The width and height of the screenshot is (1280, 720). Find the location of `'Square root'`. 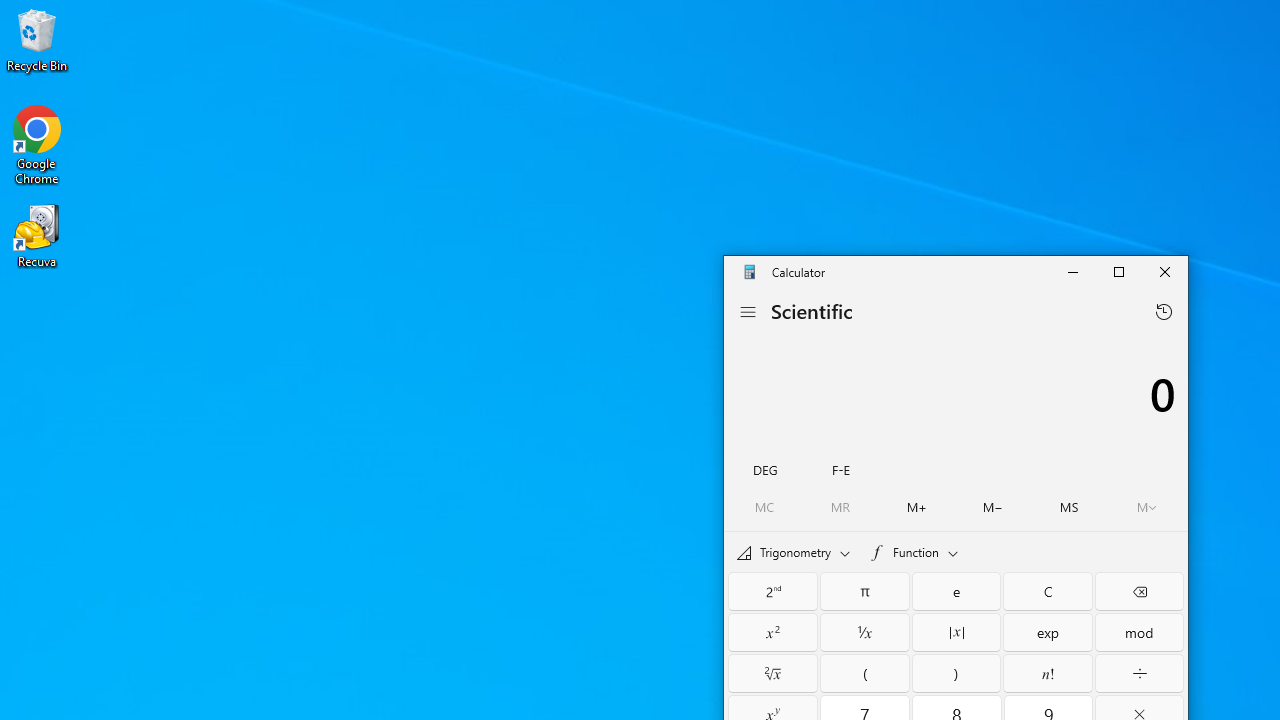

'Square root' is located at coordinates (772, 673).